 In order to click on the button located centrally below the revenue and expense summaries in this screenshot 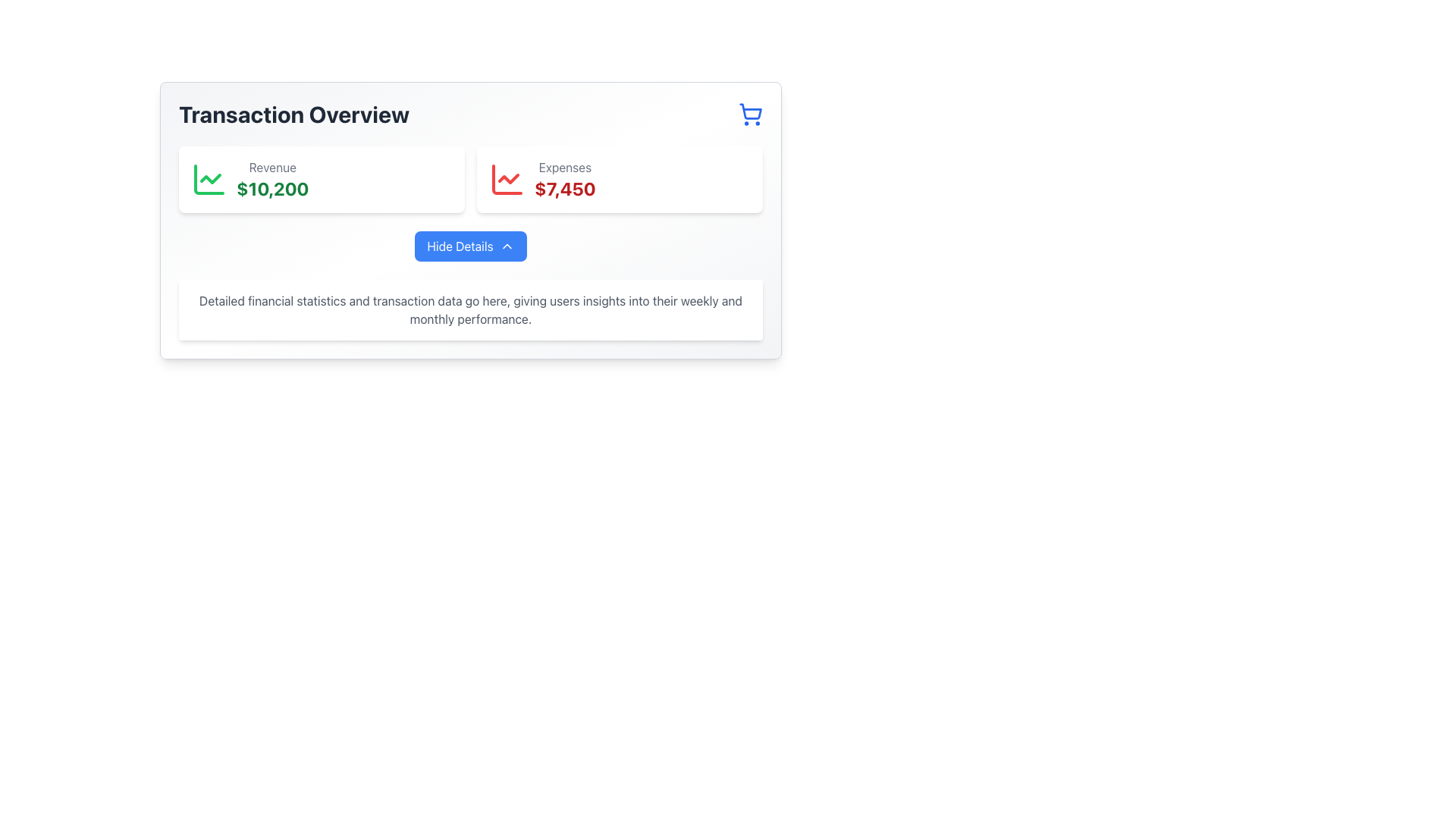, I will do `click(469, 245)`.